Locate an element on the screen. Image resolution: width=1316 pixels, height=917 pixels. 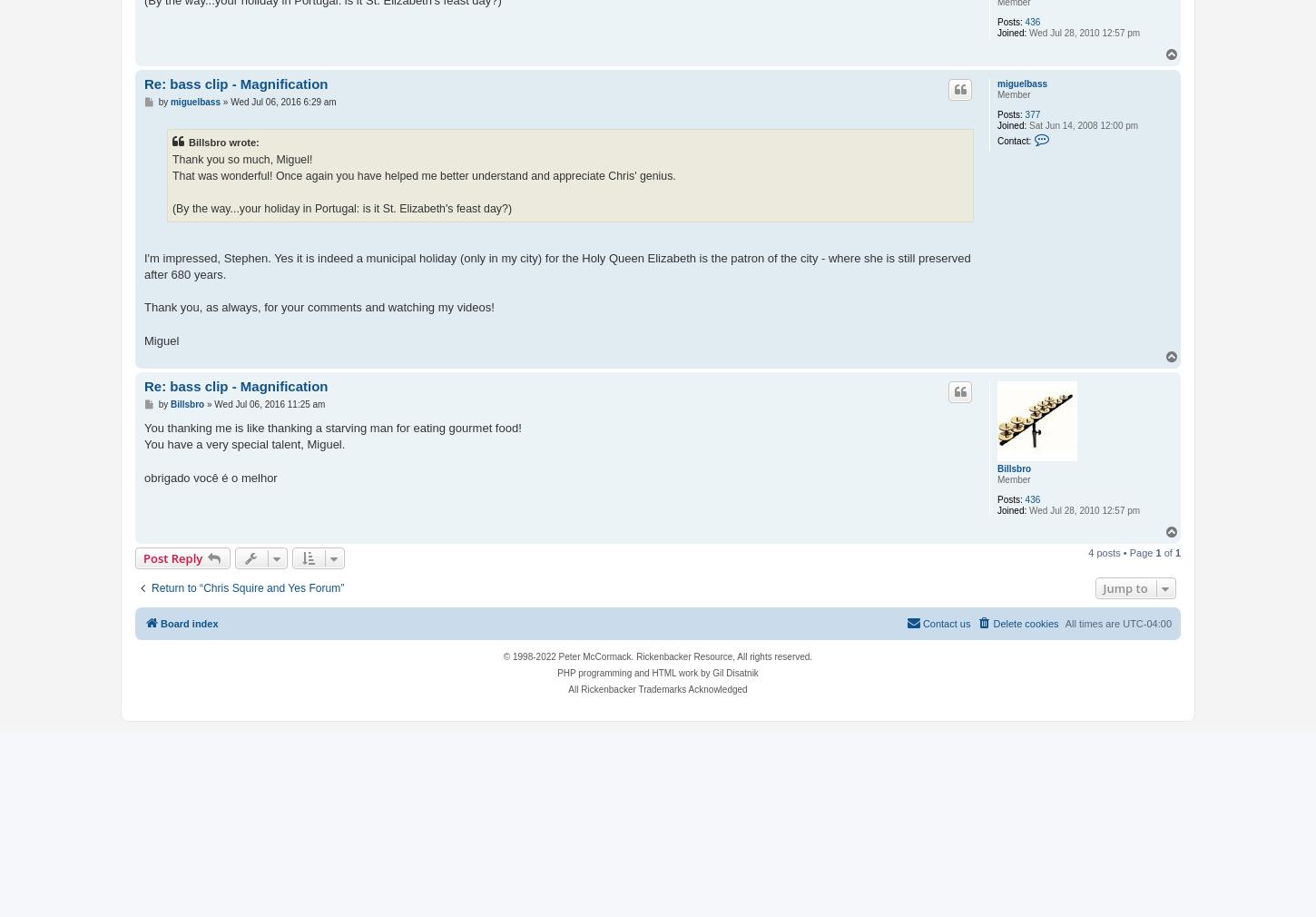
'Post Reply' is located at coordinates (142, 557).